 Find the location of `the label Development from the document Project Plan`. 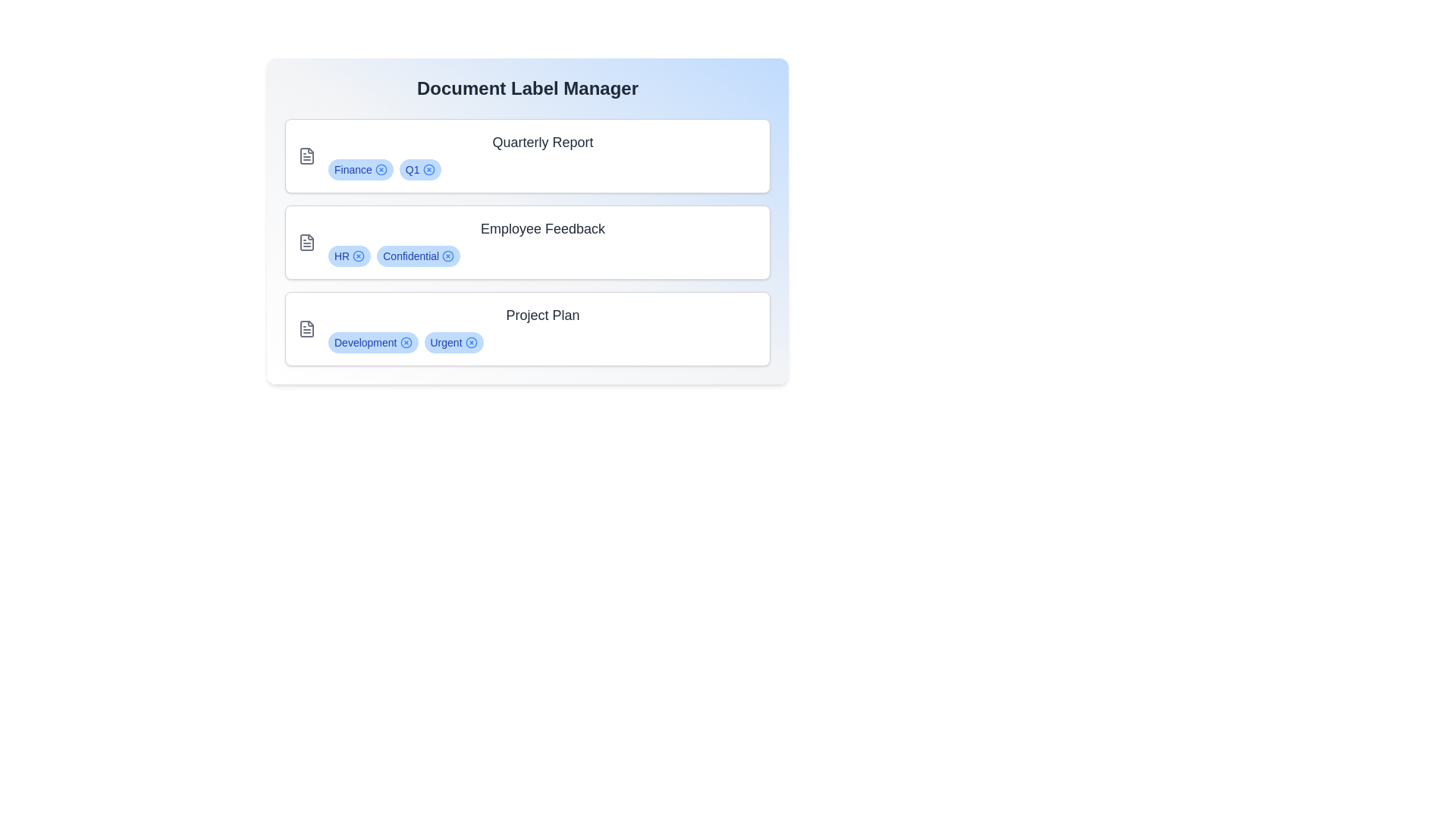

the label Development from the document Project Plan is located at coordinates (406, 342).